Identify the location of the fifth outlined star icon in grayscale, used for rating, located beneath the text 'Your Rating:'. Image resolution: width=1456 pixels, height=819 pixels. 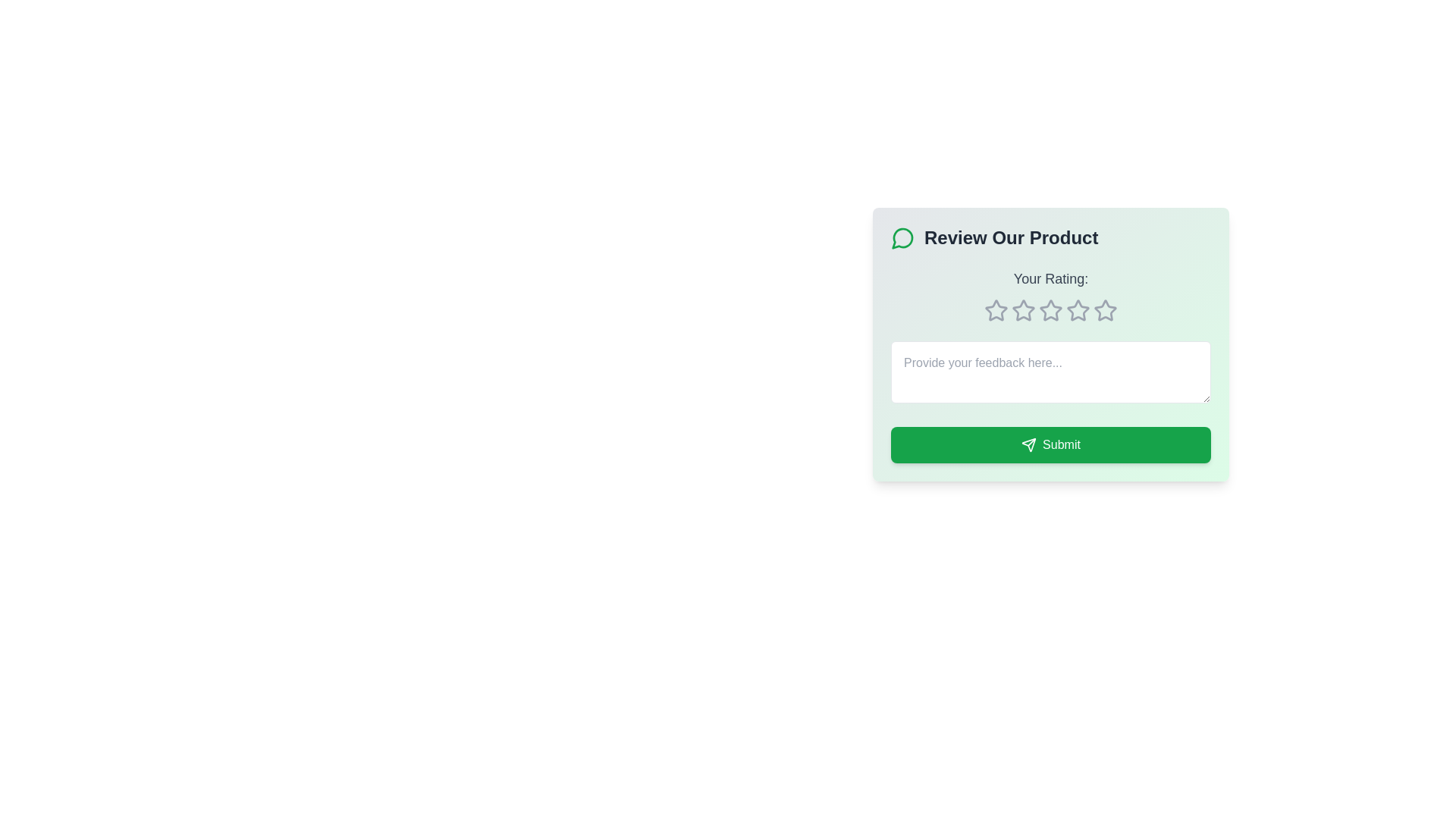
(1050, 309).